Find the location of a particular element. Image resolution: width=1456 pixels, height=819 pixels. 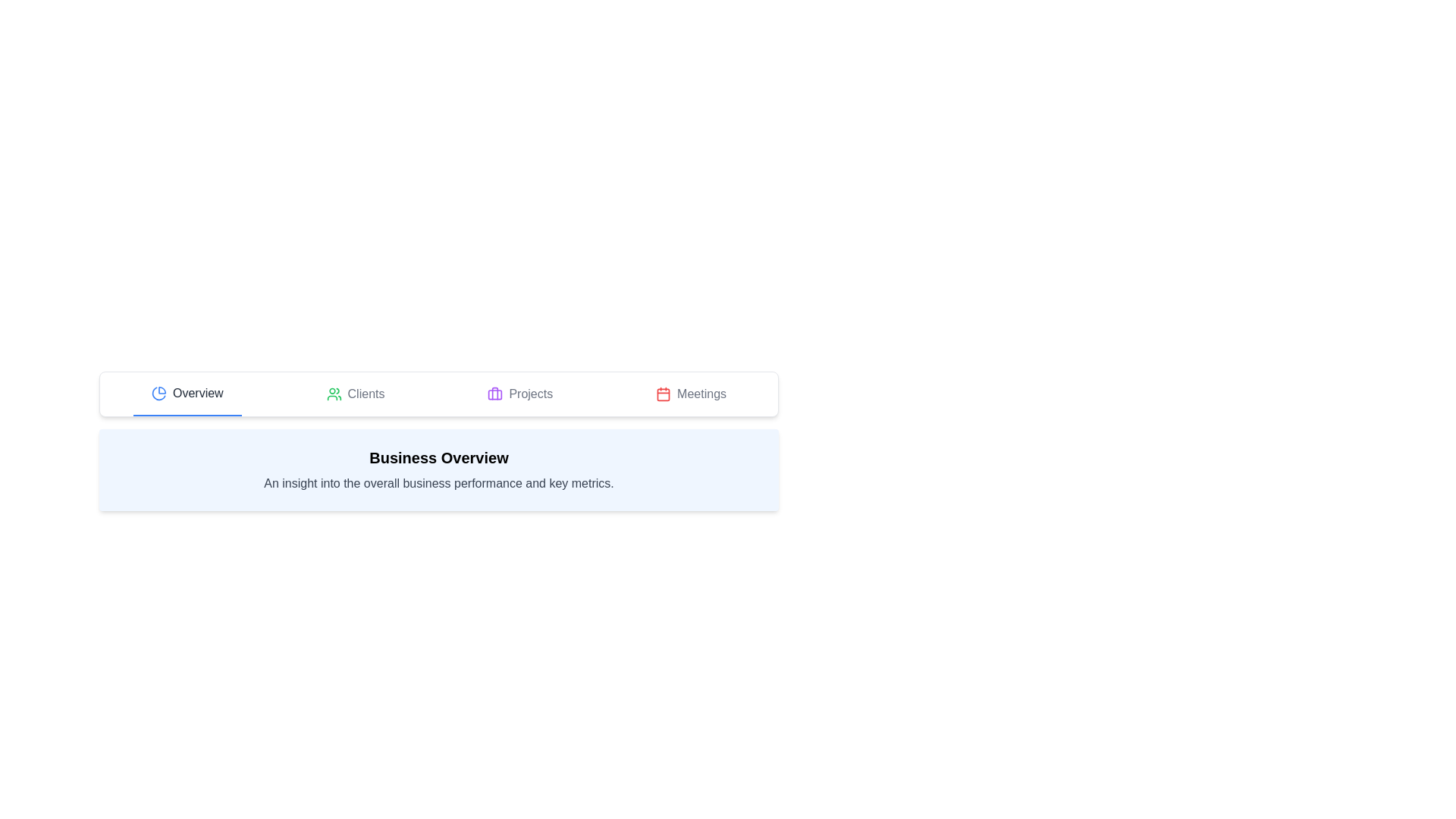

the 'Clients' tab button with a green user icon is located at coordinates (355, 394).